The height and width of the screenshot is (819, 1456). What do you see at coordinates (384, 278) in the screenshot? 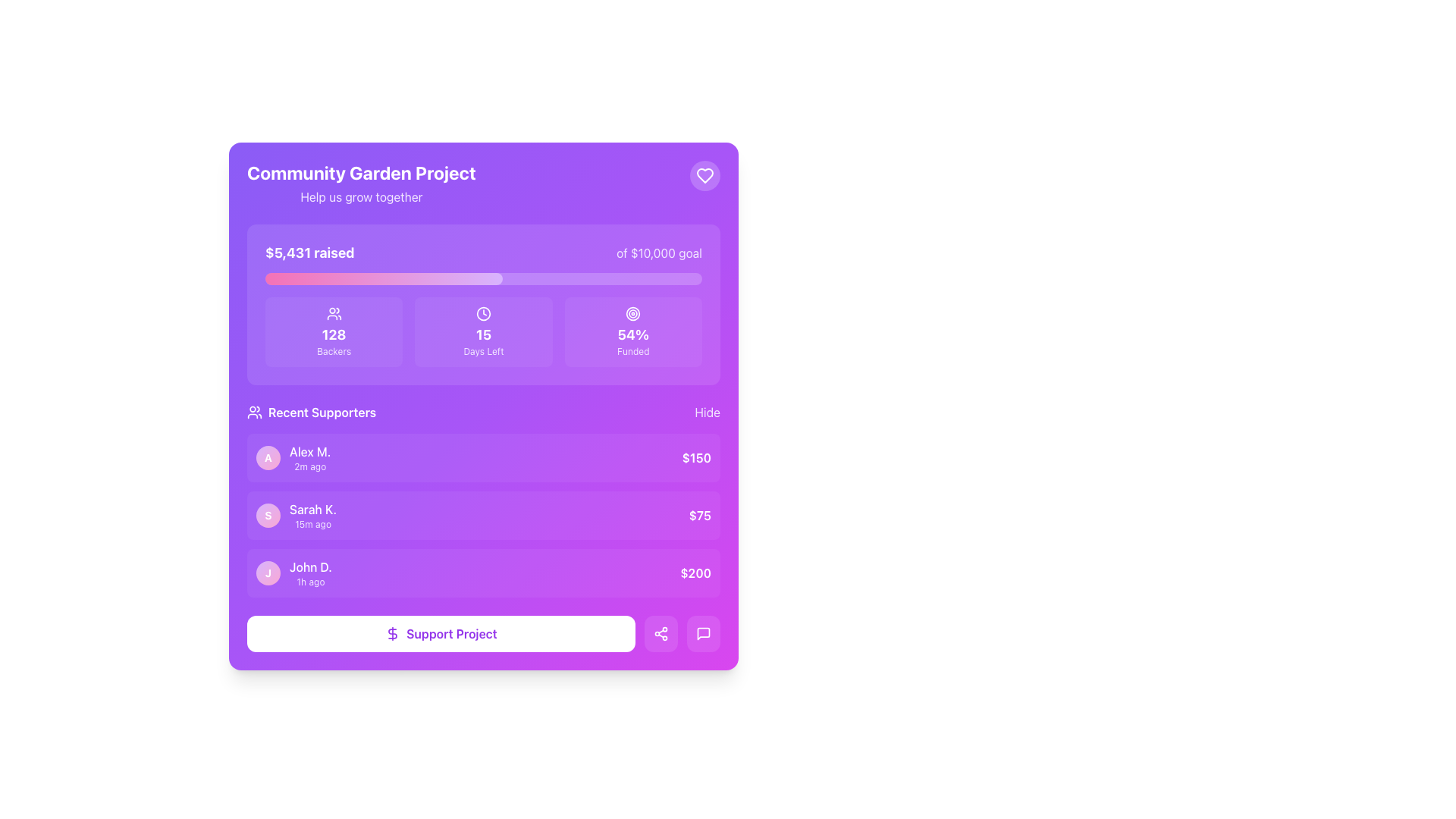
I see `the progress represented by the rectangular progress bar with a gradient background, located beneath the fundraising progress text and above the statistic tiles` at bounding box center [384, 278].